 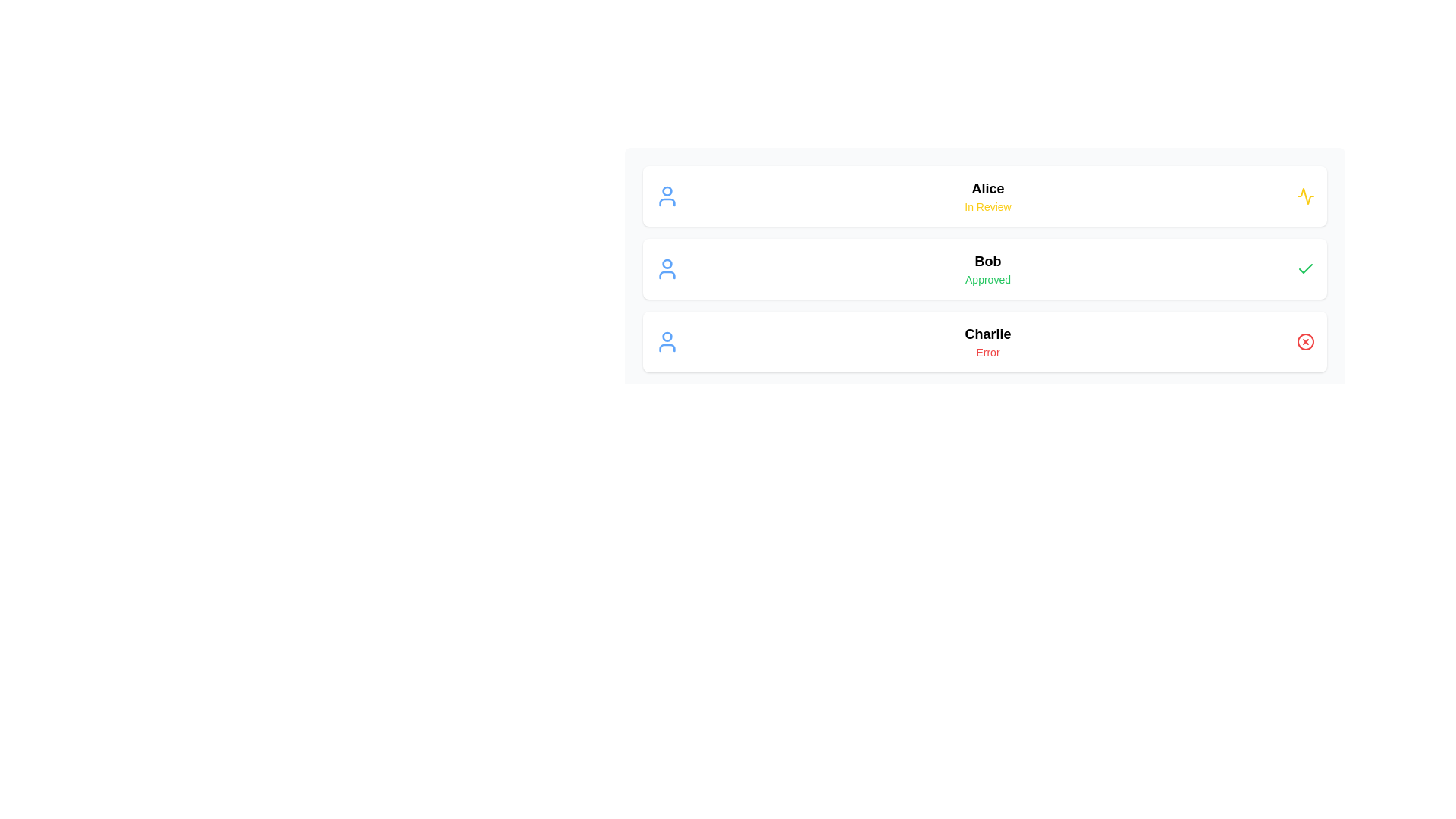 What do you see at coordinates (987, 195) in the screenshot?
I see `the Text Display Block that shows the user's name and current status, located in the first section of the card layout` at bounding box center [987, 195].